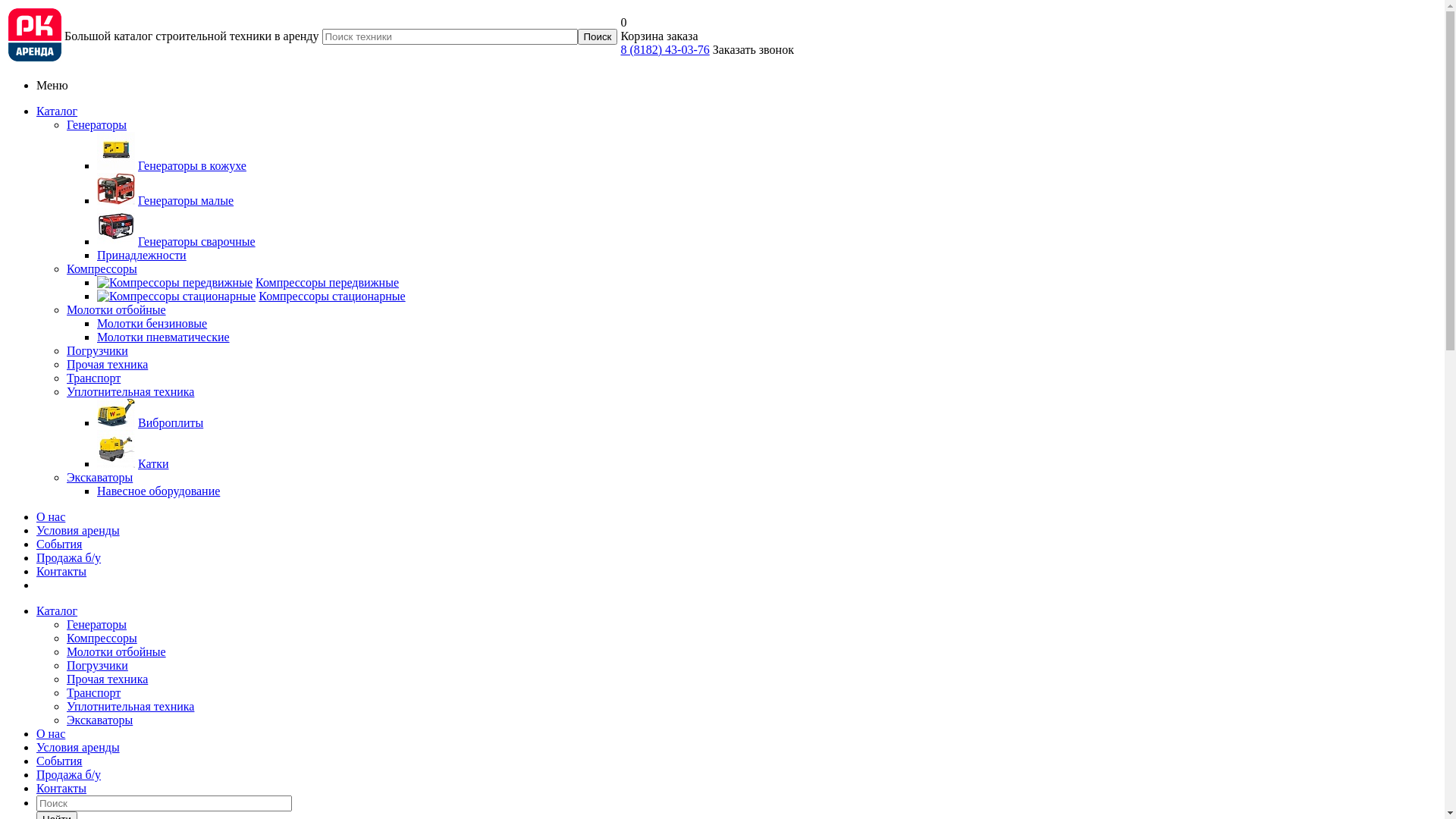 This screenshot has height=819, width=1456. Describe the element at coordinates (664, 49) in the screenshot. I see `'8 (8182) 43-03-76'` at that location.